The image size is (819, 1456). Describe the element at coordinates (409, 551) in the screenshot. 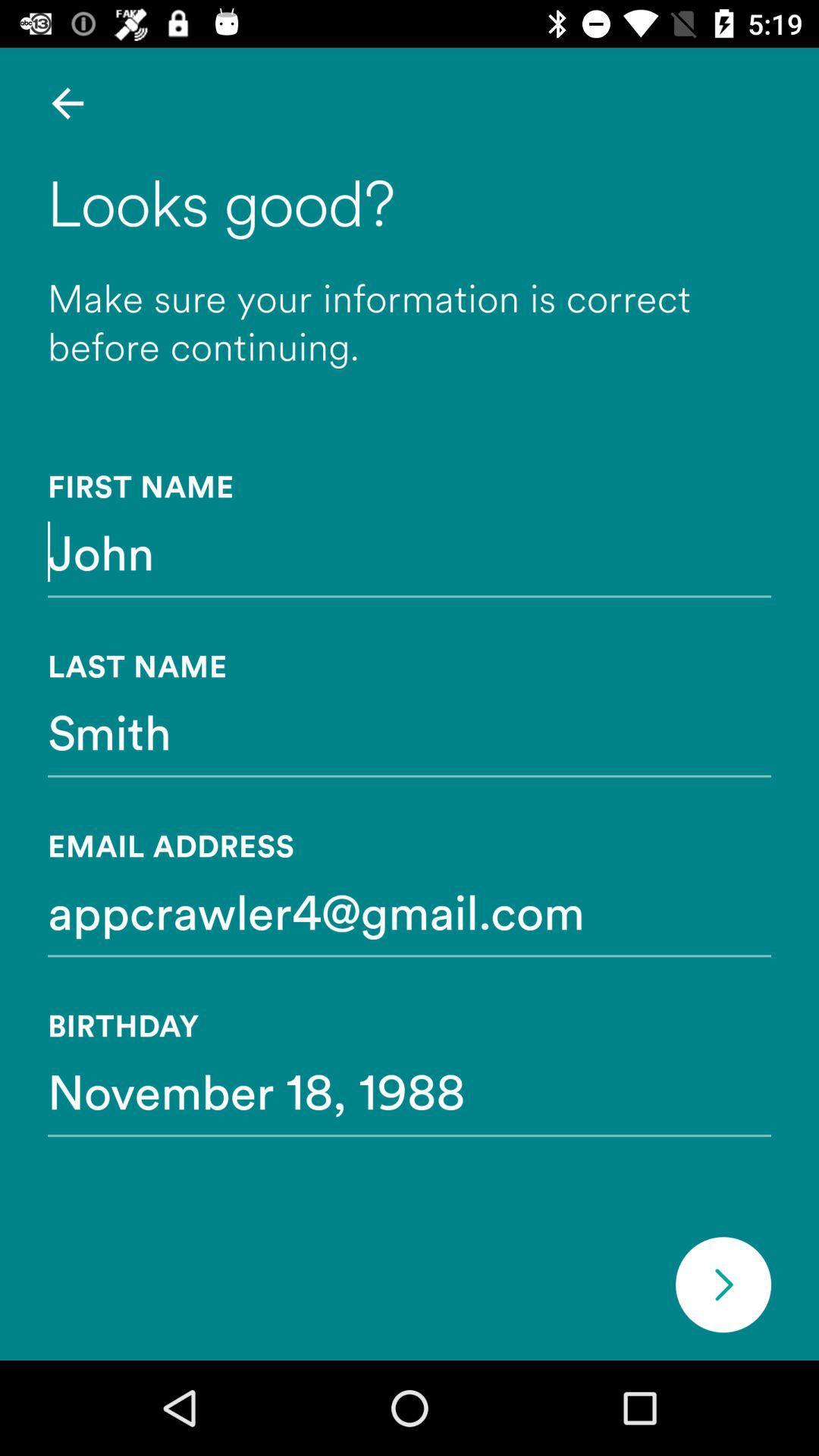

I see `john item` at that location.